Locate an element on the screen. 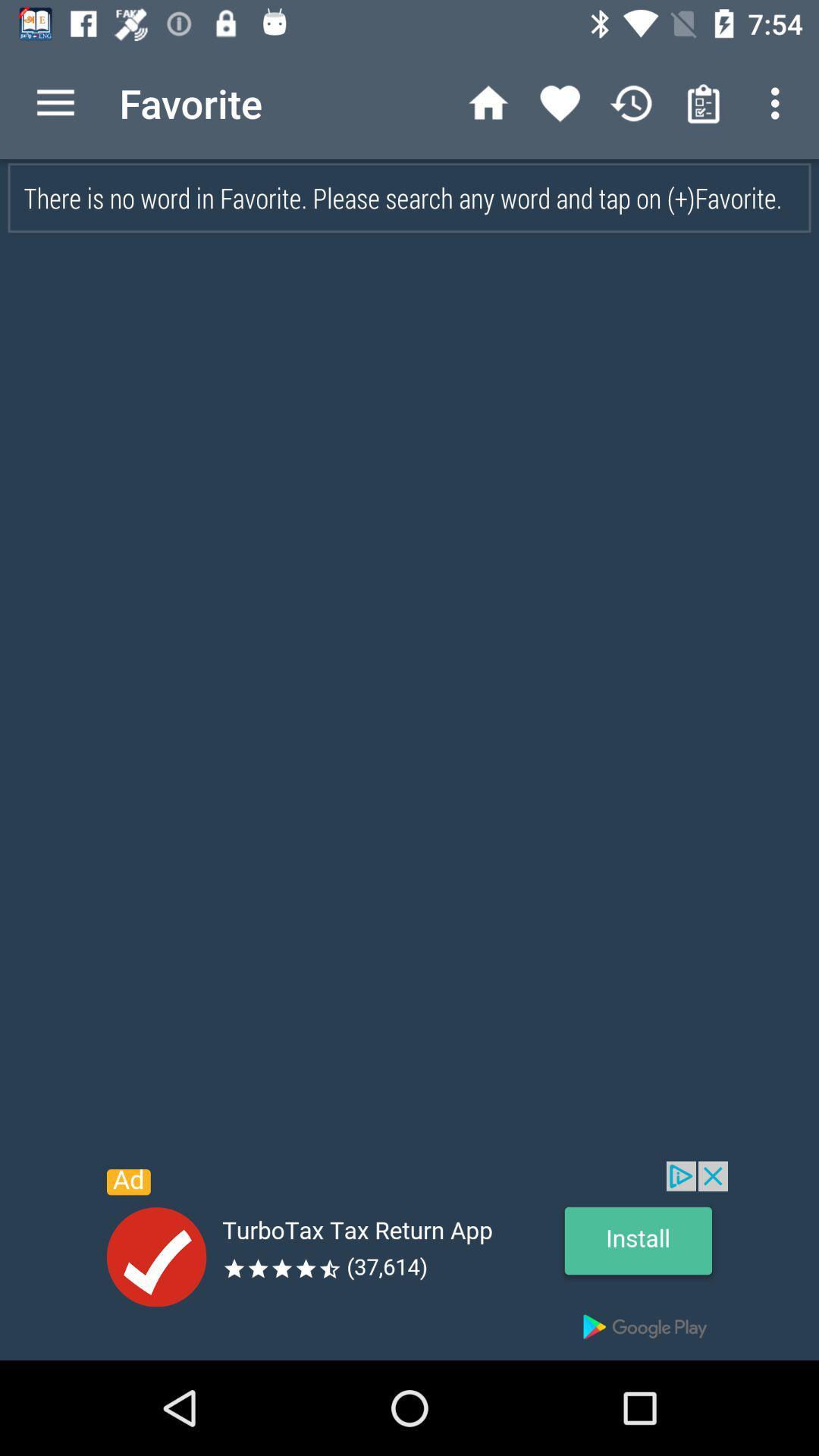 The width and height of the screenshot is (819, 1456). open the advertisement is located at coordinates (409, 1260).